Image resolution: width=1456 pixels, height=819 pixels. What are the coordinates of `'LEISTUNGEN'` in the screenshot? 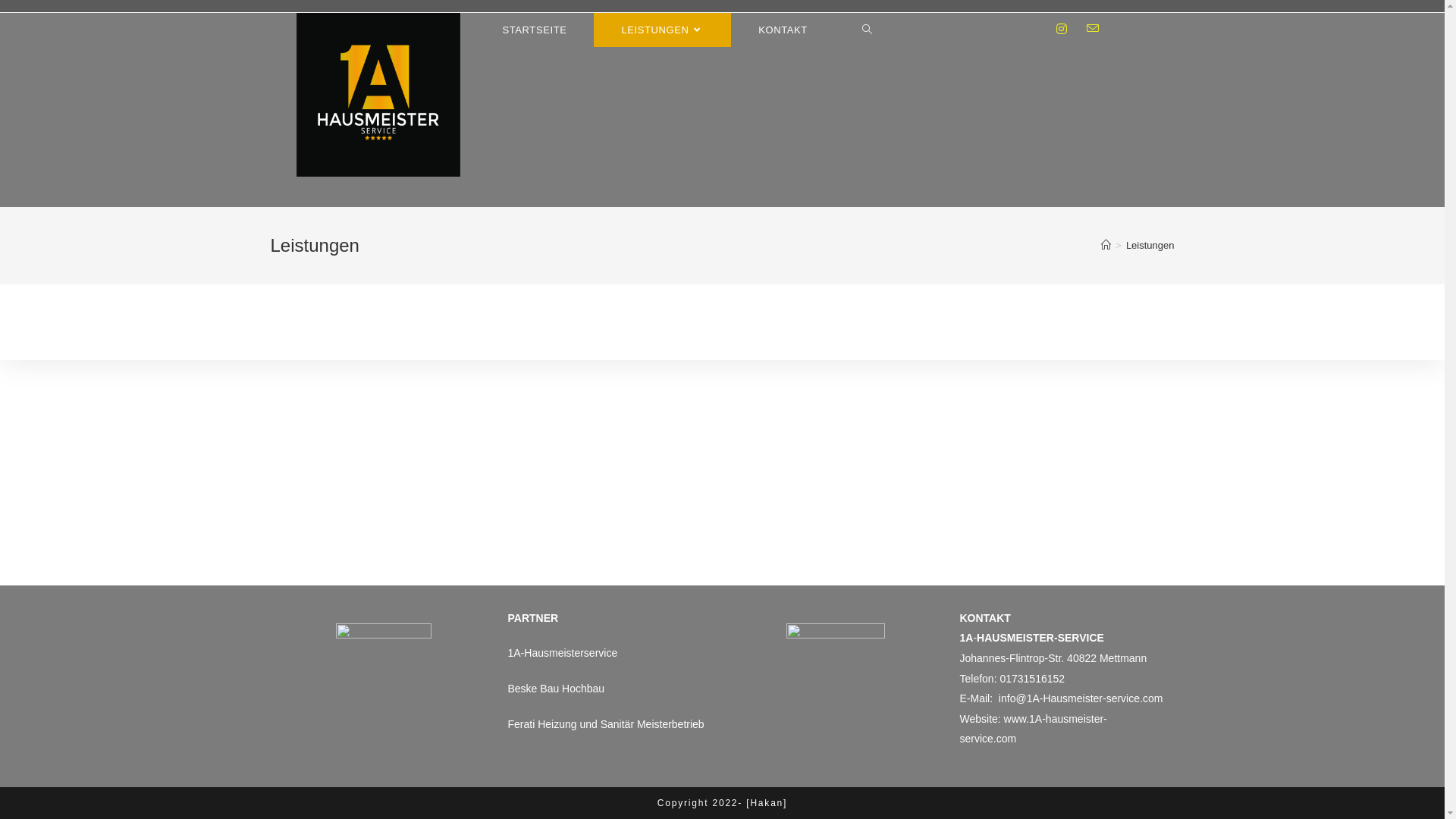 It's located at (592, 30).